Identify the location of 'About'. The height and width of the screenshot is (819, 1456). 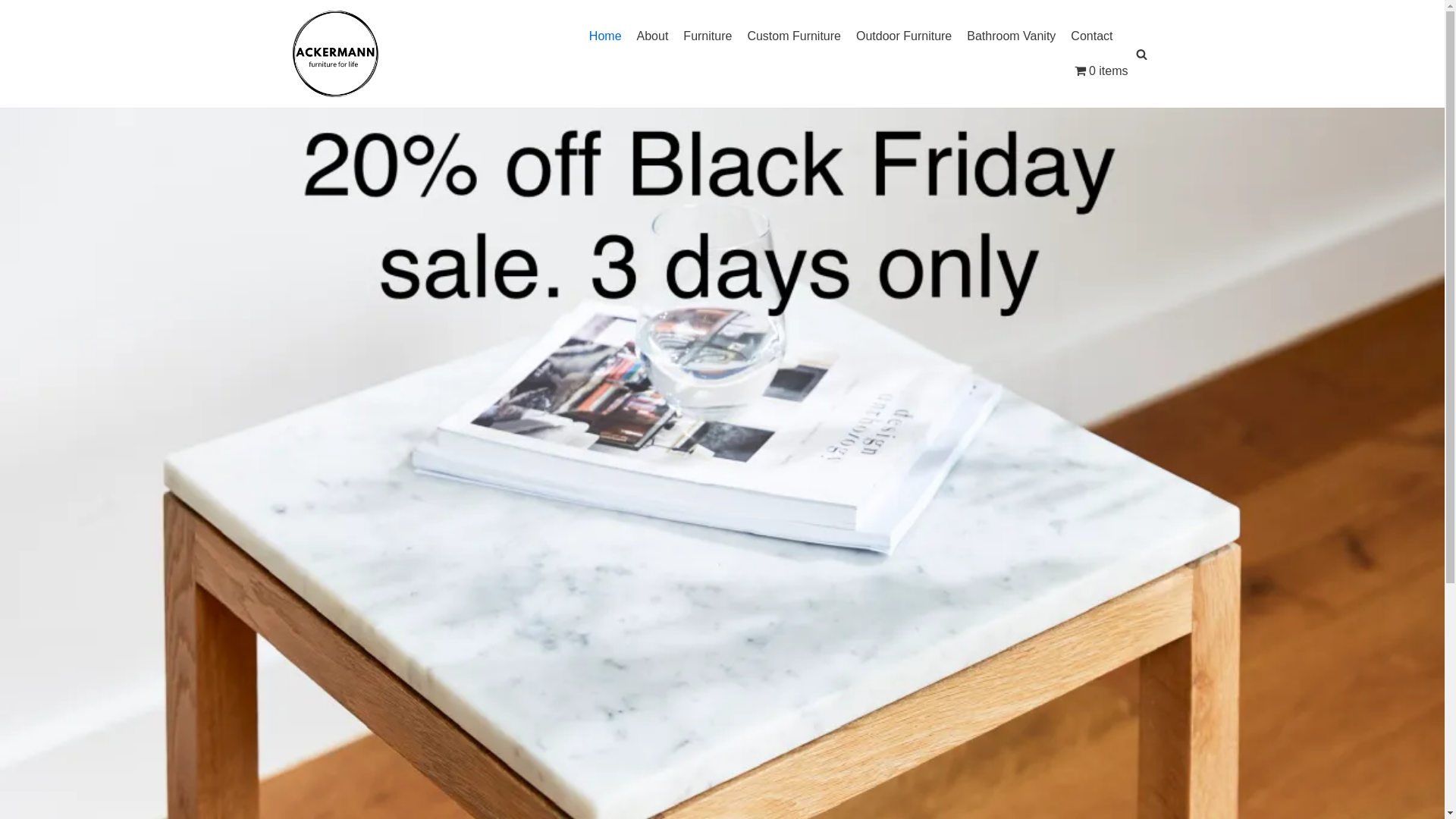
(652, 35).